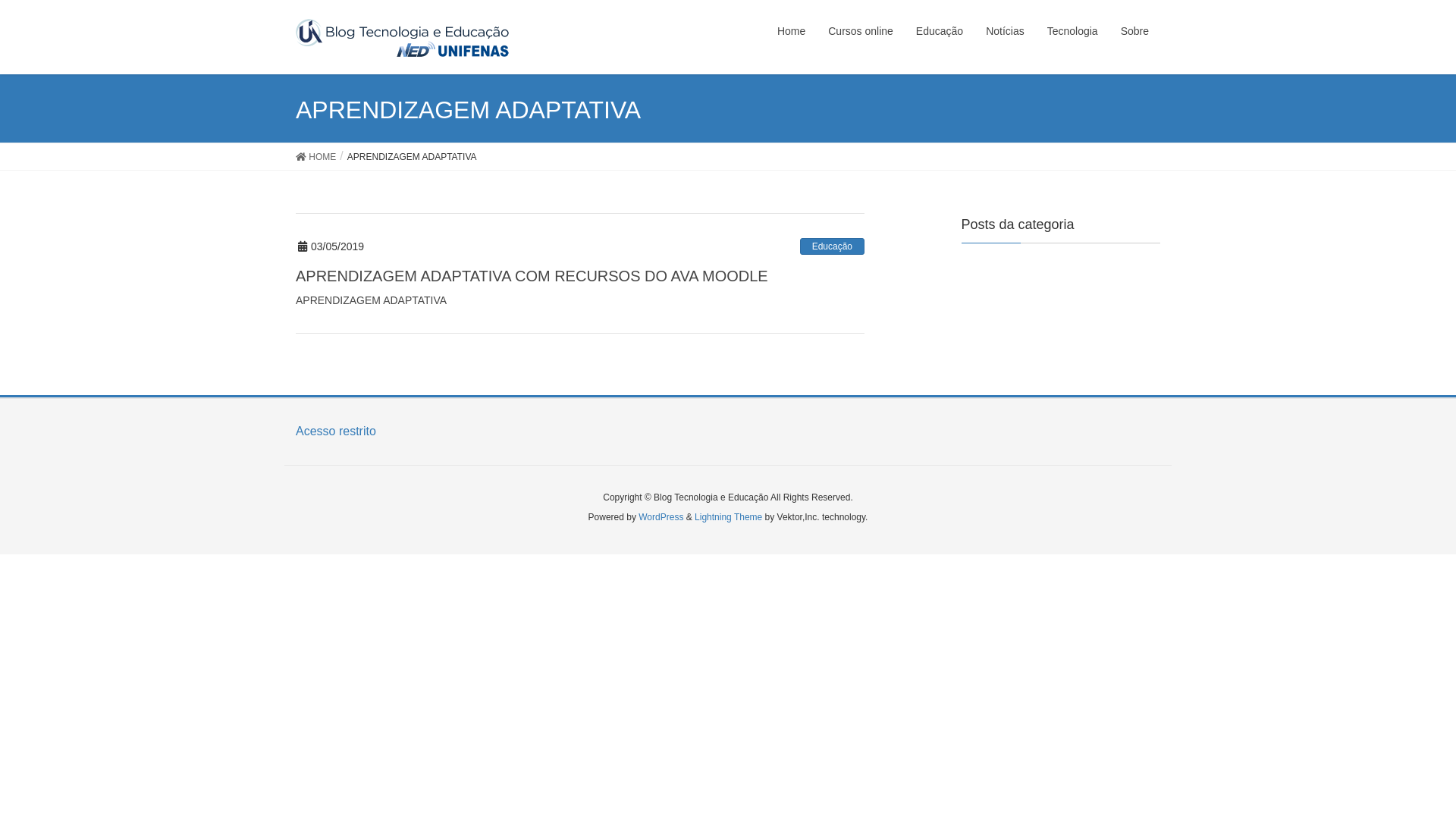 Image resolution: width=1456 pixels, height=819 pixels. What do you see at coordinates (728, 516) in the screenshot?
I see `'Lightning Theme'` at bounding box center [728, 516].